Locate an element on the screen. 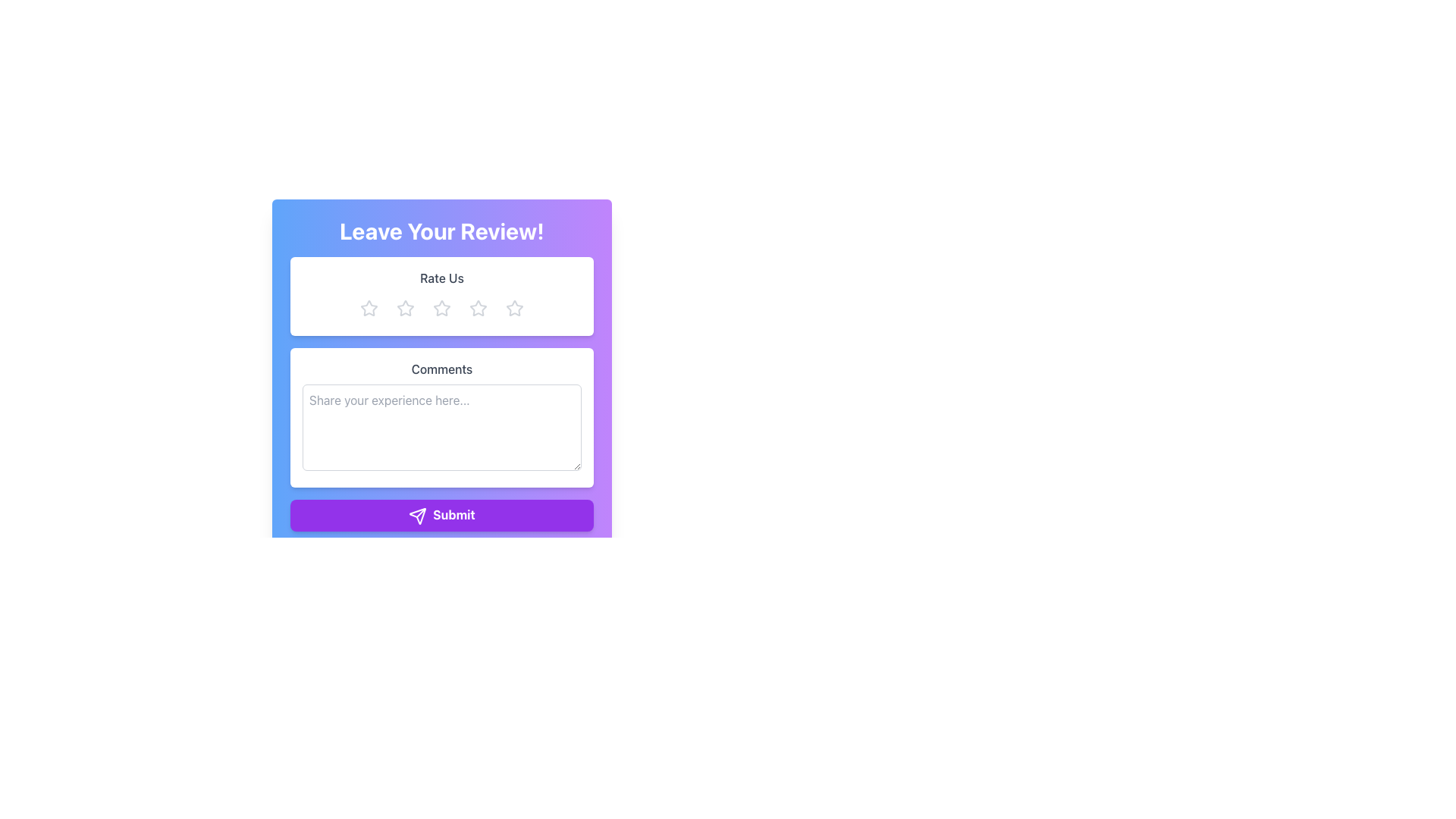  the text label that indicates the purpose of the comment input field, positioned centrally at the top of the comment input section is located at coordinates (441, 369).